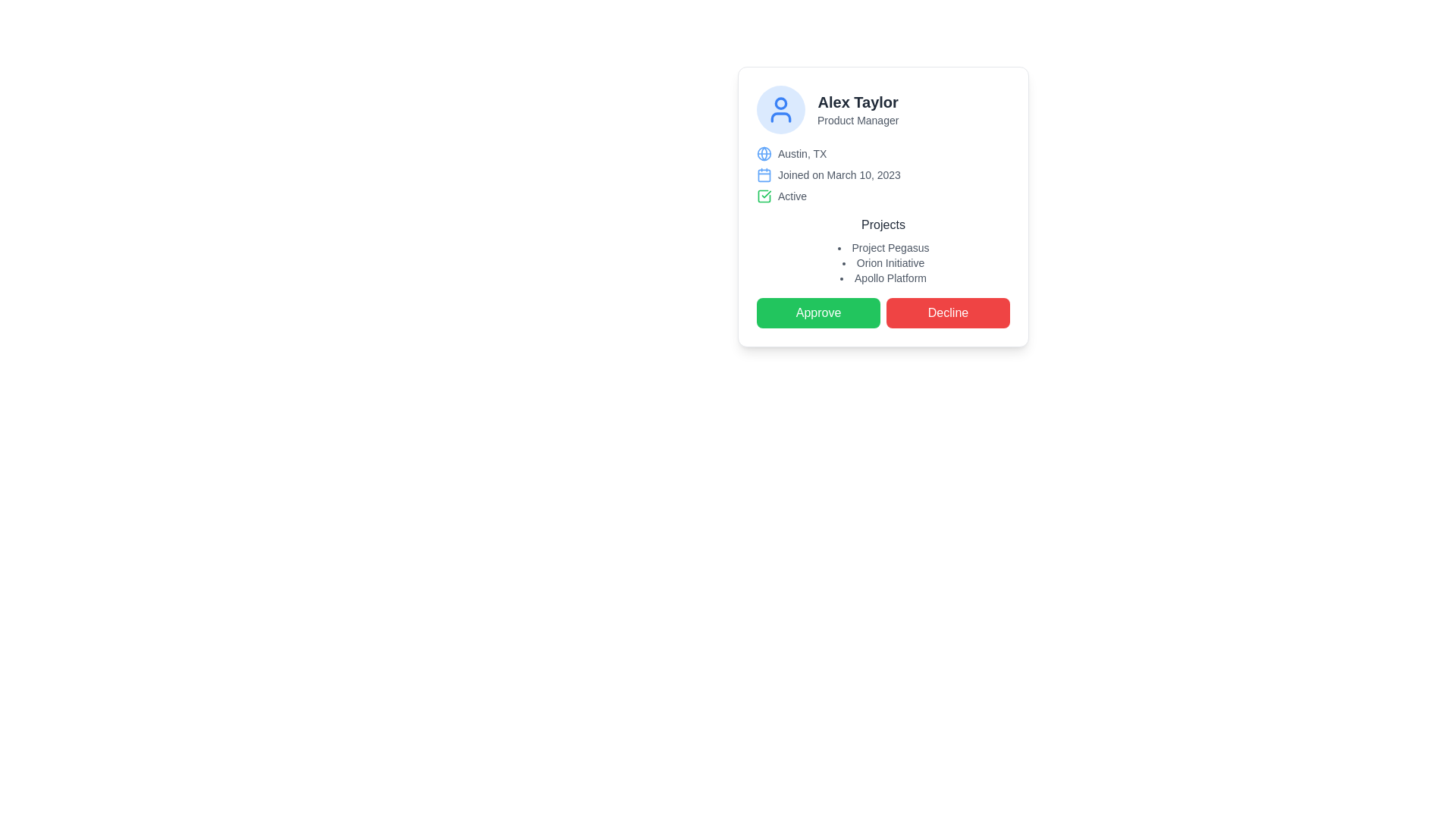  I want to click on the Information panel that displays location, joining date, and status, which is centrally located between the user's name and their role, and the project section below, so click(883, 174).